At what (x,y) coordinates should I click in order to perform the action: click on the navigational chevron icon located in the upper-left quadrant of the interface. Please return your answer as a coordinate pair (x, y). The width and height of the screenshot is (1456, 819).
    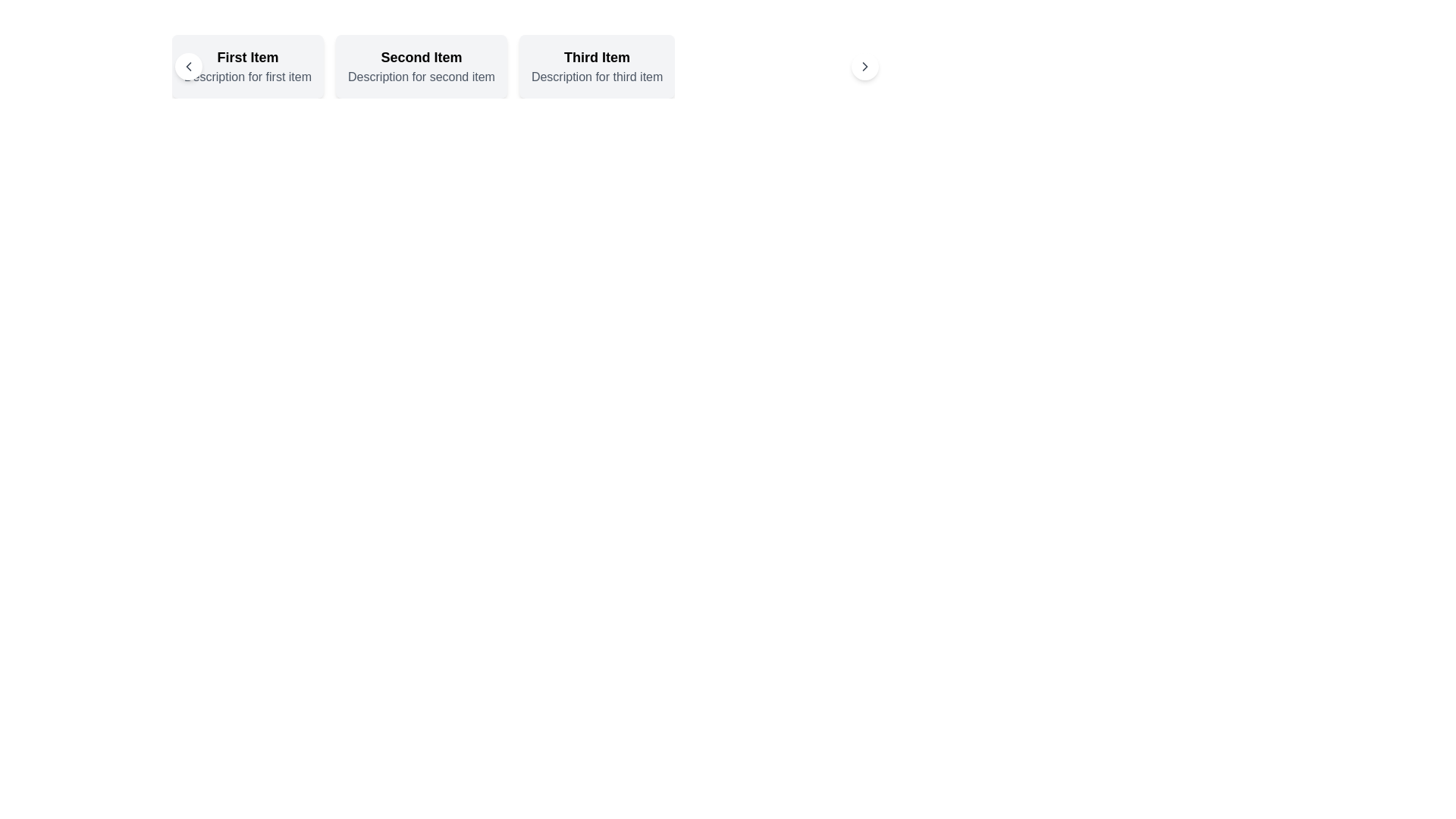
    Looking at the image, I should click on (188, 66).